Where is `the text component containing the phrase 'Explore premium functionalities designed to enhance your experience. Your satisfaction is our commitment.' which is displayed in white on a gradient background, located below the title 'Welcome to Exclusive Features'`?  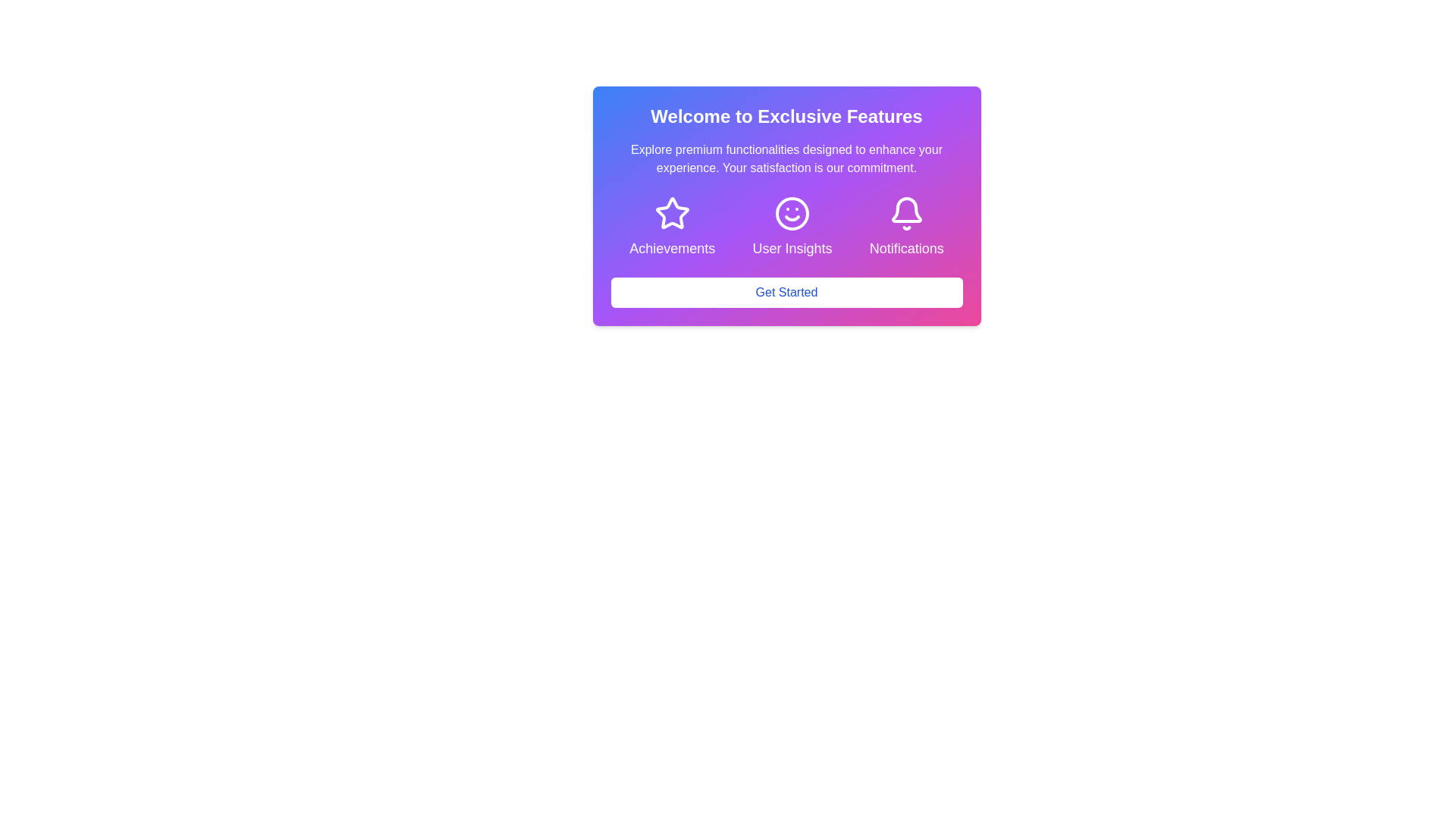
the text component containing the phrase 'Explore premium functionalities designed to enhance your experience. Your satisfaction is our commitment.' which is displayed in white on a gradient background, located below the title 'Welcome to Exclusive Features' is located at coordinates (786, 158).